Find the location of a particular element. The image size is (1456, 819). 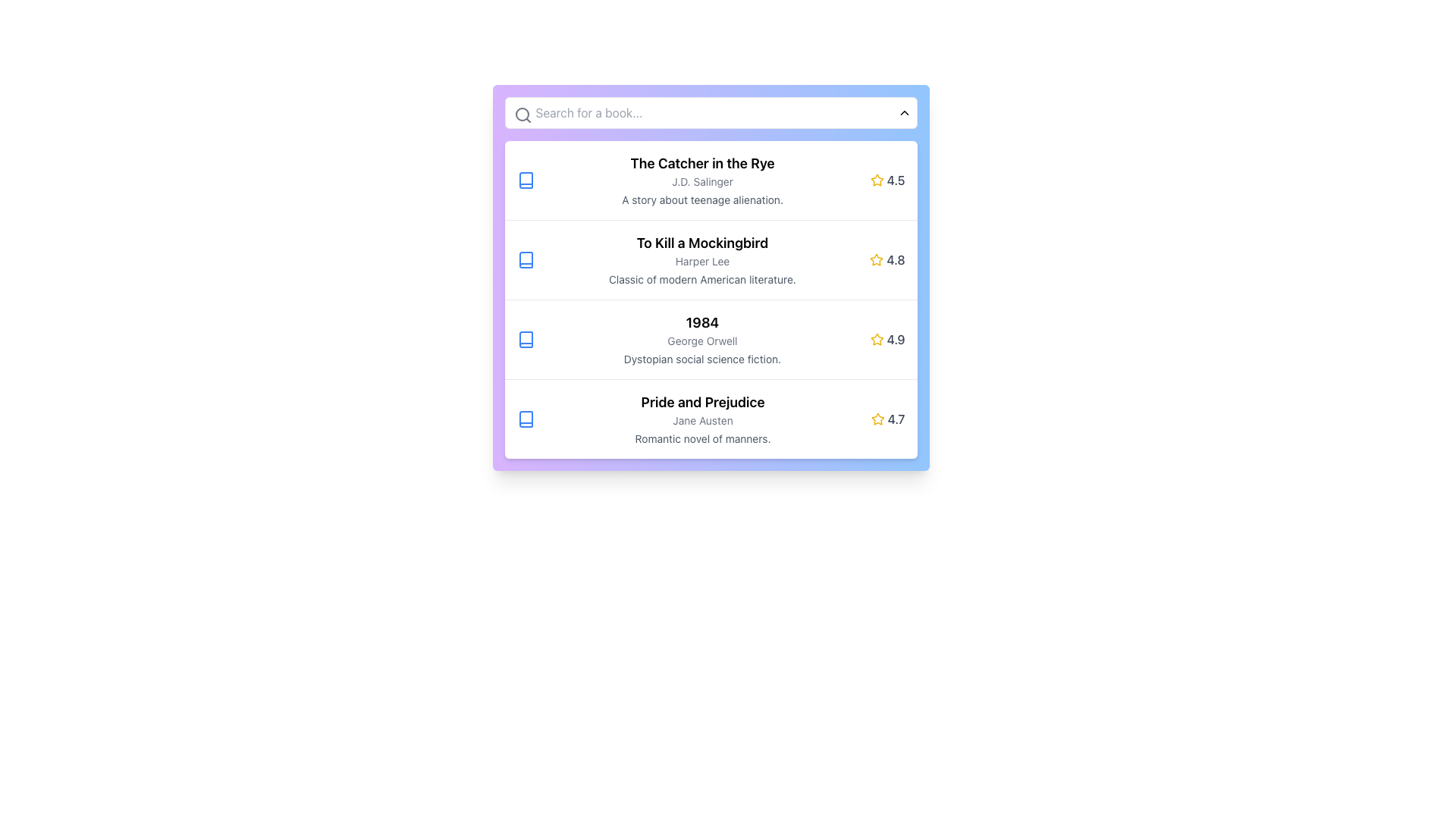

the star icon with a yellow outline that indicates a rating of 4.8, located to the right of the text '4.8' in the book listing for 'To Kill a Mockingbird' is located at coordinates (877, 259).